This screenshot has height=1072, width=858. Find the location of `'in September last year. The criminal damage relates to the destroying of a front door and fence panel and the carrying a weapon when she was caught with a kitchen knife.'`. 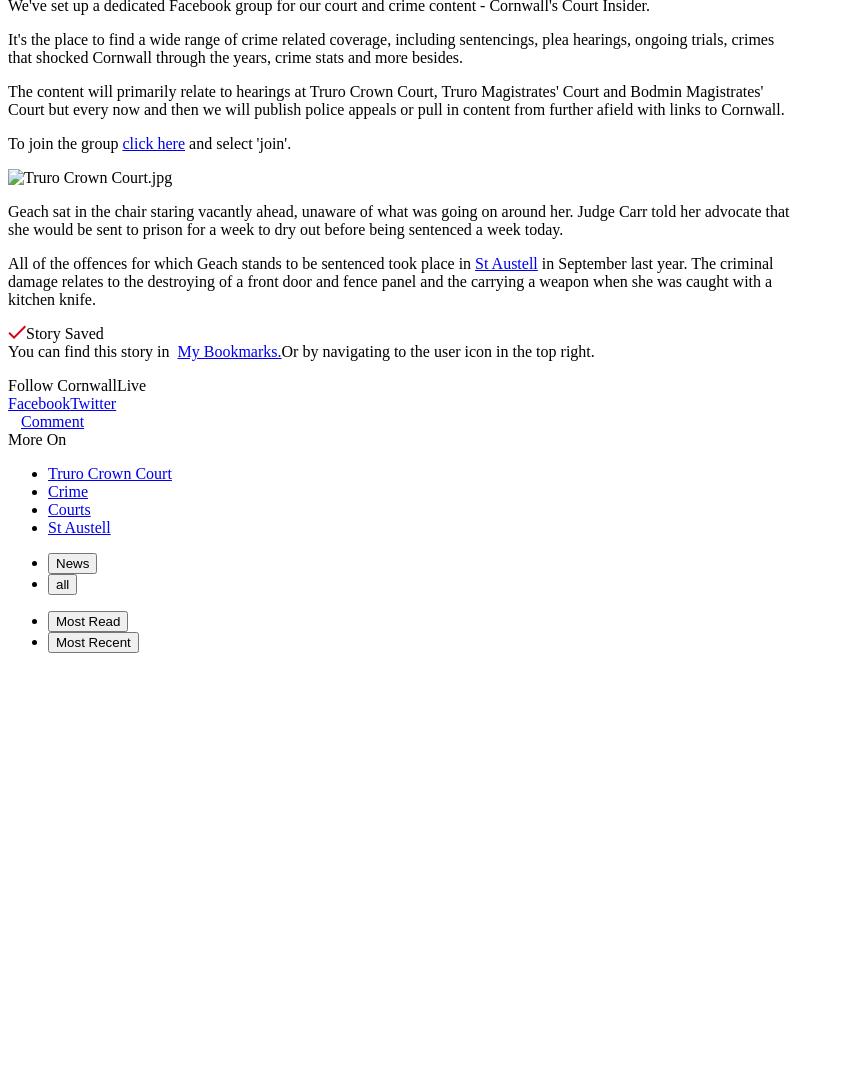

'in September last year. The criminal damage relates to the destroying of a front door and fence panel and the carrying a weapon when she was caught with a kitchen knife.' is located at coordinates (389, 280).